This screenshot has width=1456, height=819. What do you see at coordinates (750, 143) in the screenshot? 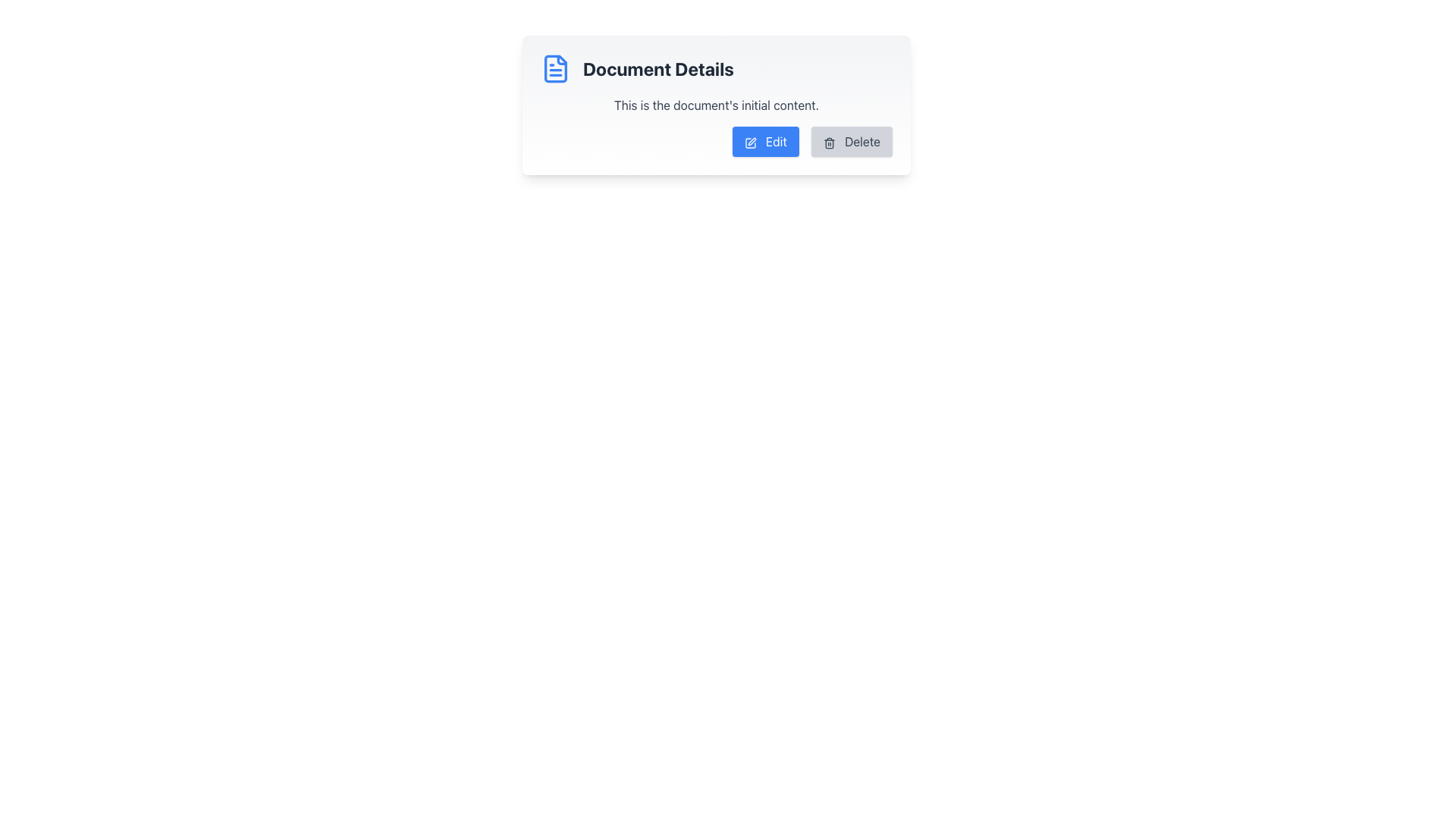
I see `the edit icon located at the leftmost section of the 'Edit' button` at bounding box center [750, 143].